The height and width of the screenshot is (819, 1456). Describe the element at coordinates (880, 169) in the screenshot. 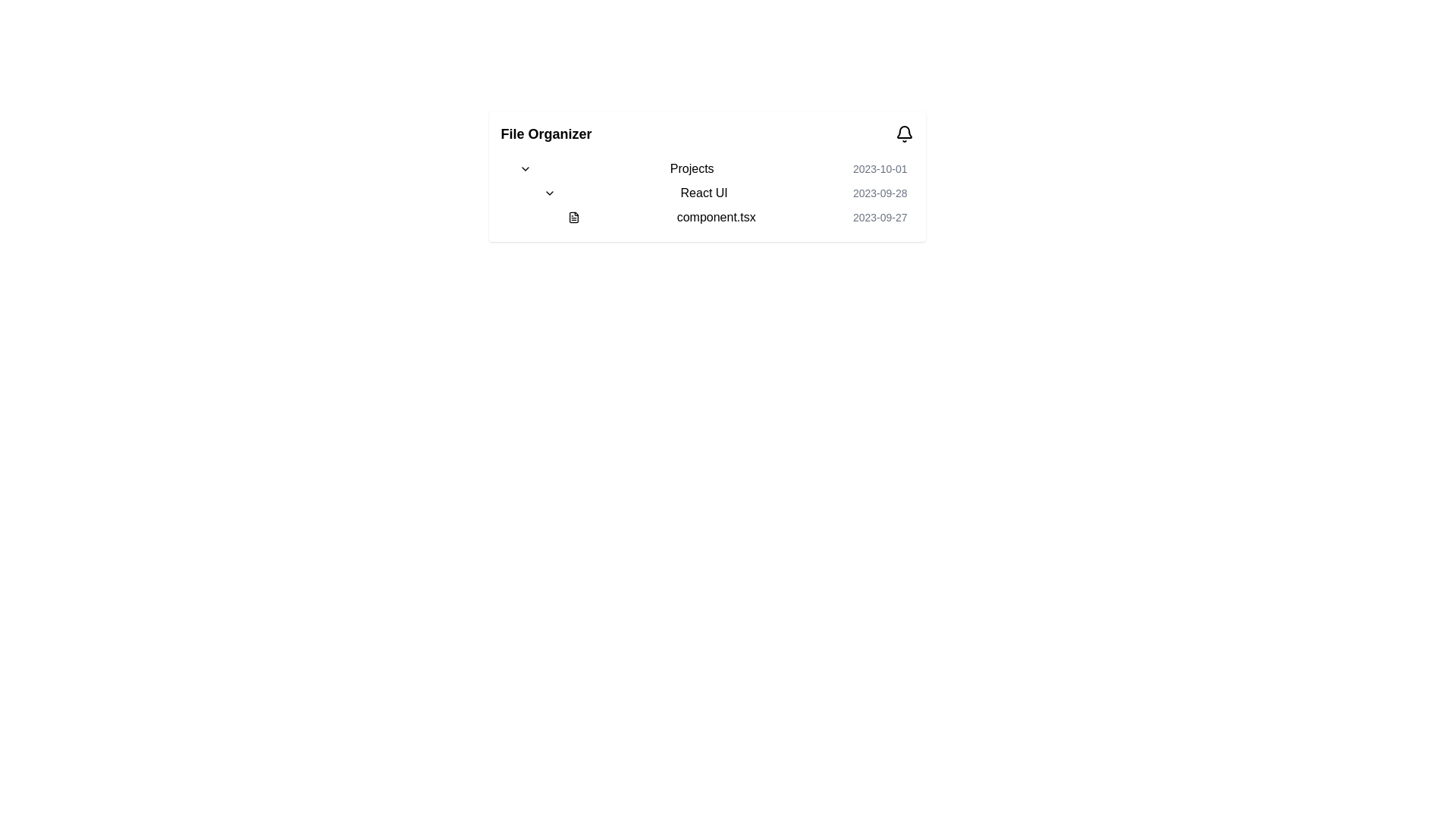

I see `the small-sized text label displaying the date '2023-10-01', which is styled in a subdued gray color and positioned to the right of the 'Projects' label within the 'File Organizer' section` at that location.